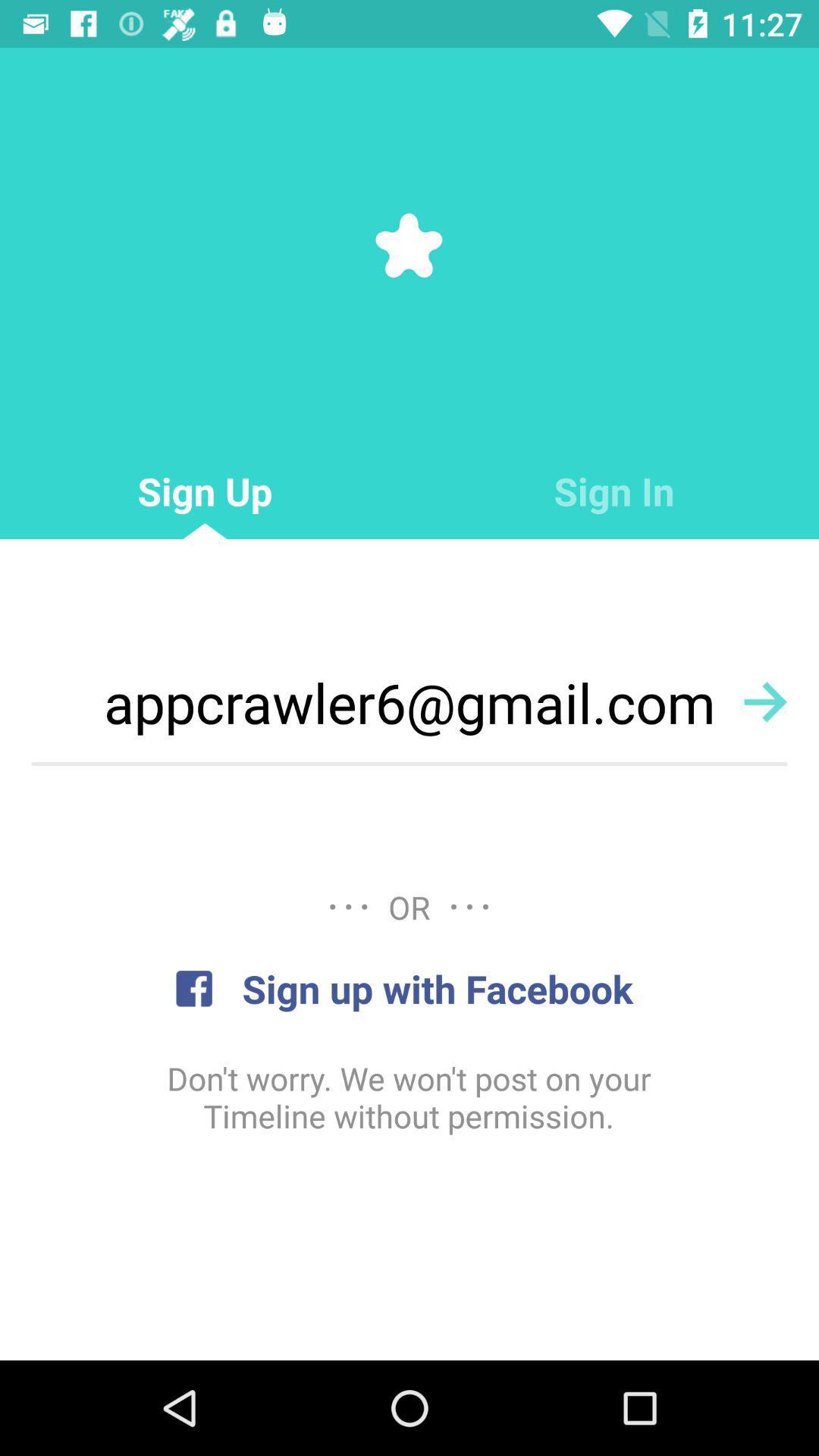  What do you see at coordinates (409, 701) in the screenshot?
I see `appcrawler6@gmail.com item` at bounding box center [409, 701].